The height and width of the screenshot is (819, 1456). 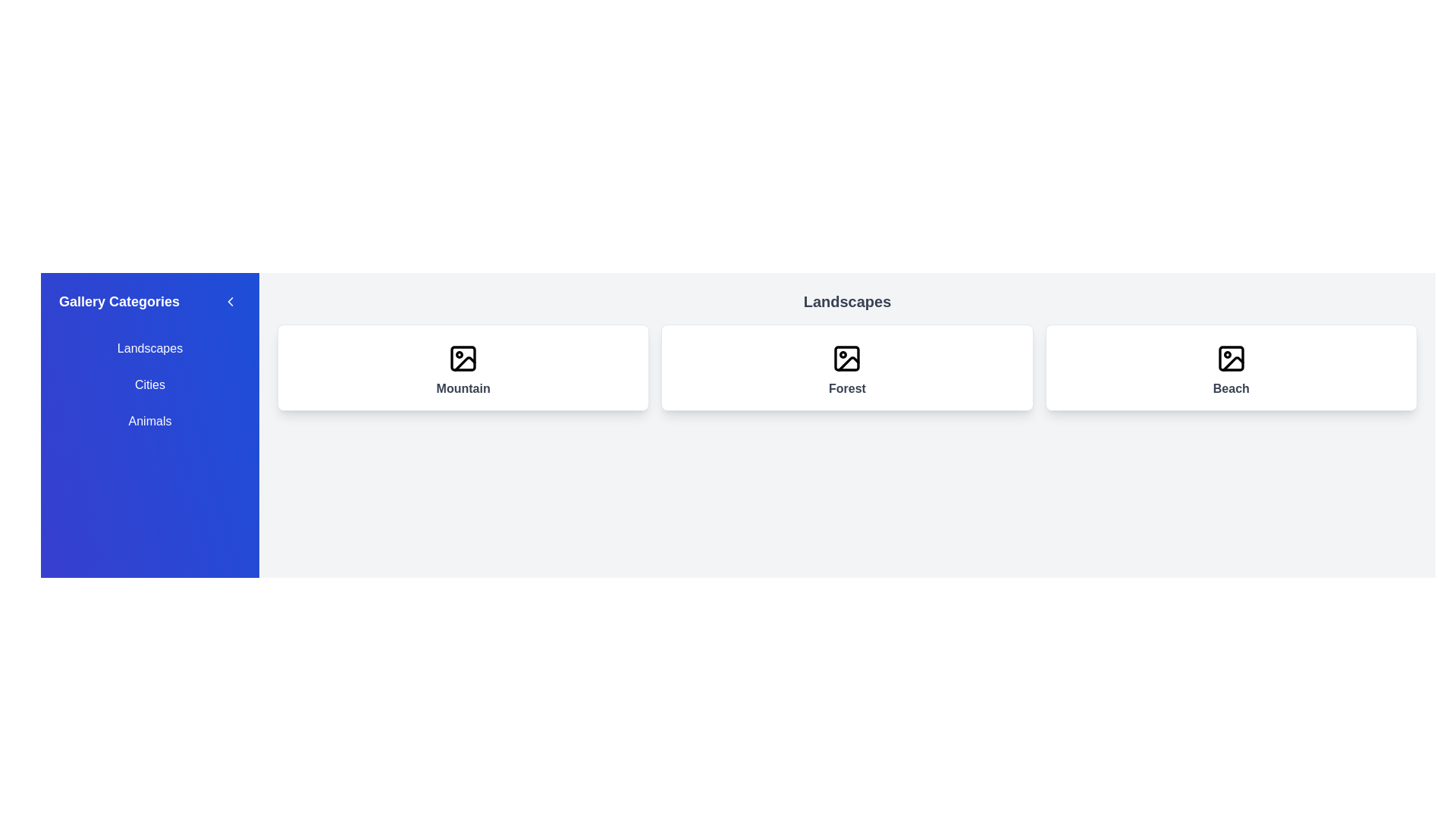 What do you see at coordinates (1231, 368) in the screenshot?
I see `the 'Beach' category card, which is the third card` at bounding box center [1231, 368].